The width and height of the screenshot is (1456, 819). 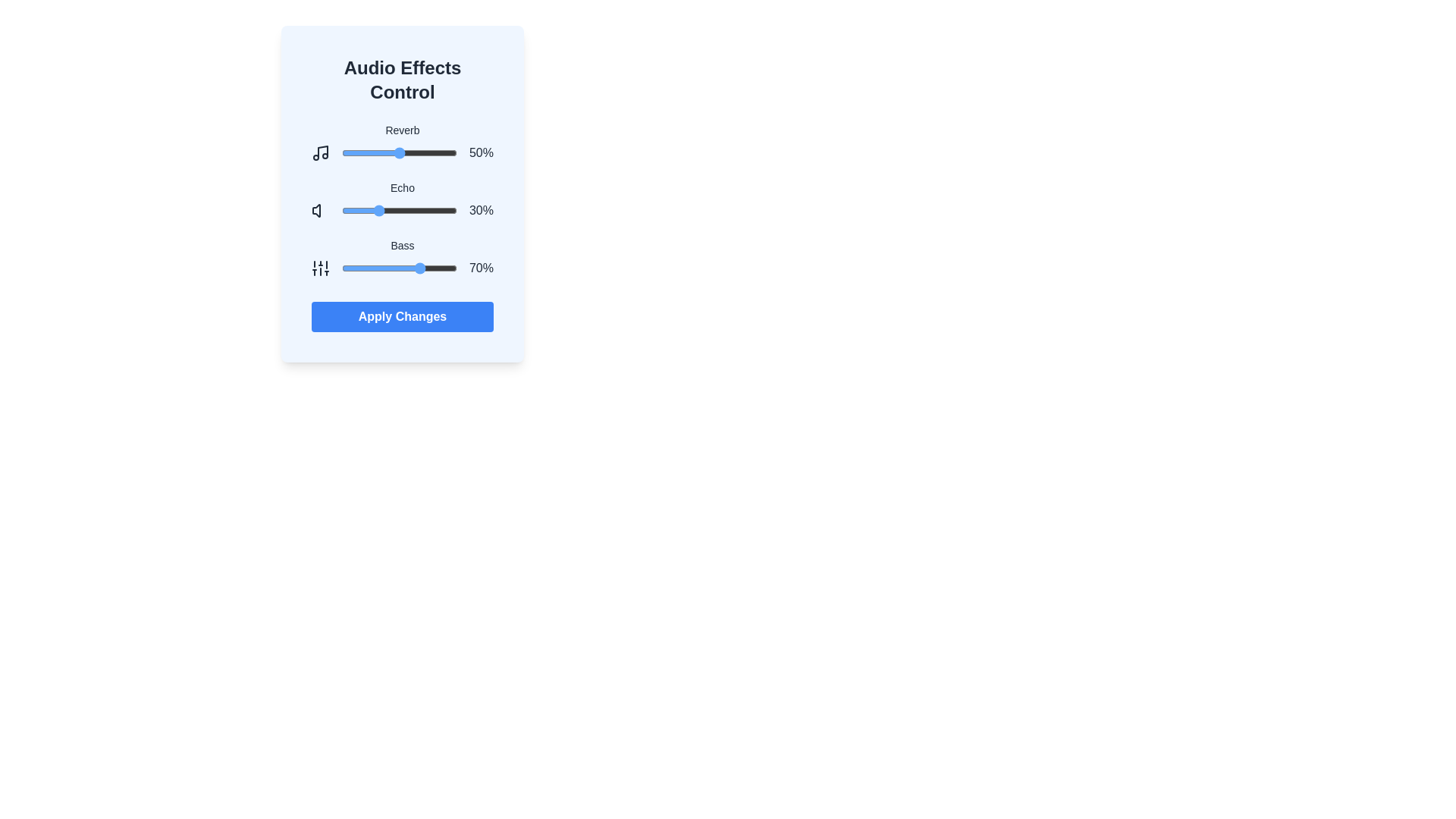 I want to click on the reverb effect, so click(x=347, y=152).